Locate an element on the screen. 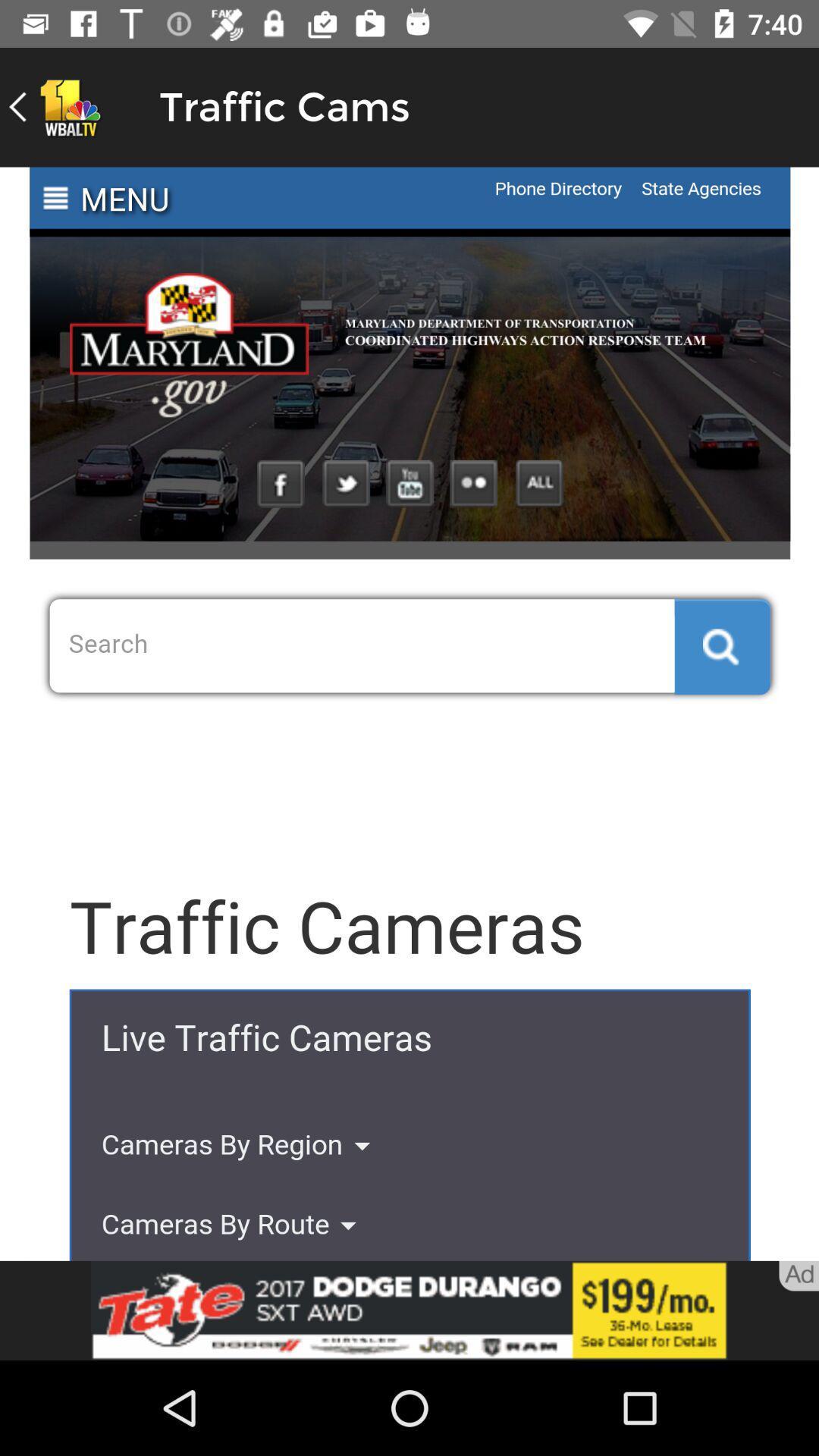 Image resolution: width=819 pixels, height=1456 pixels. open advertisement is located at coordinates (409, 1310).